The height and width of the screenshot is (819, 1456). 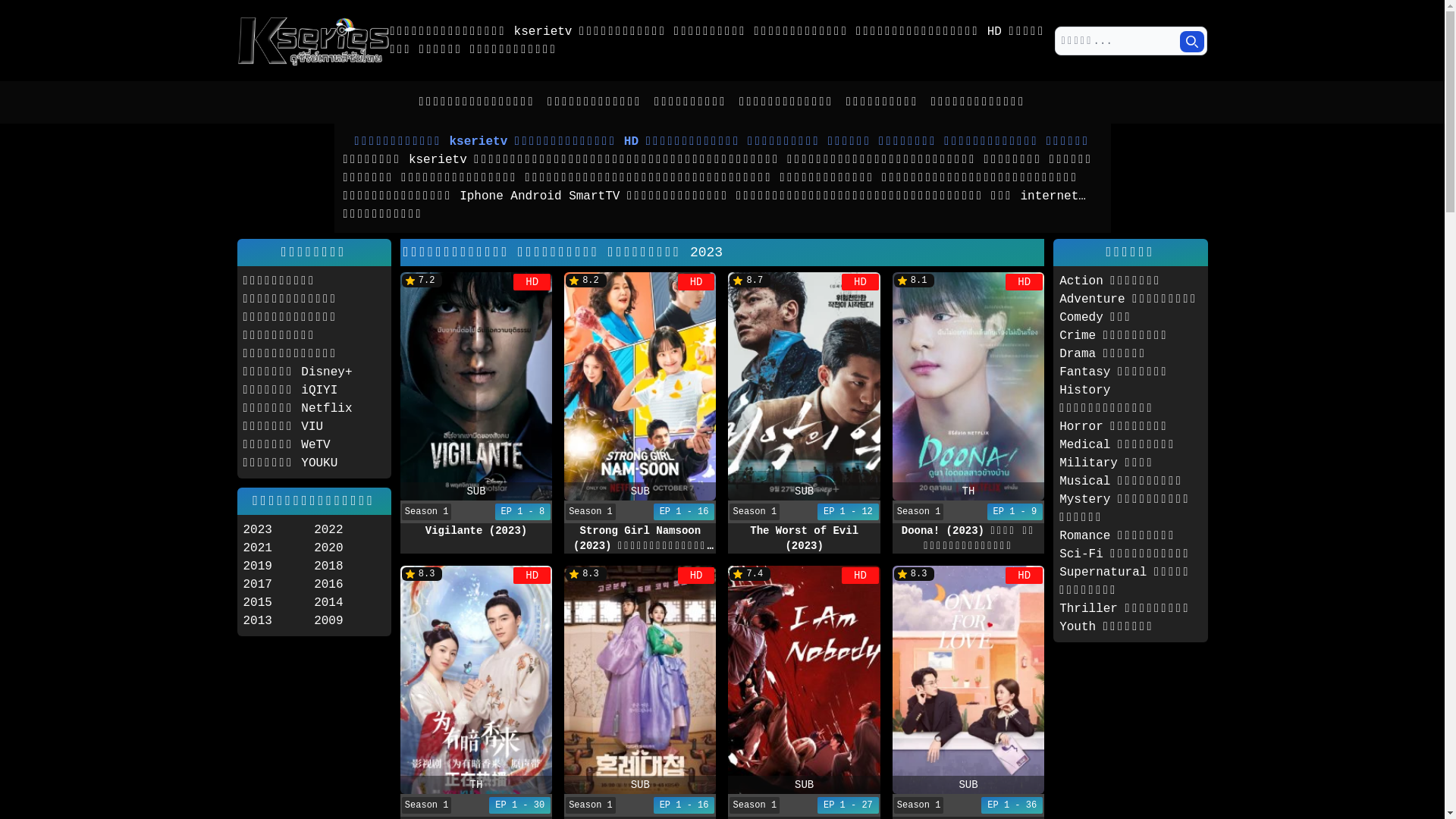 I want to click on '2014', so click(x=348, y=601).